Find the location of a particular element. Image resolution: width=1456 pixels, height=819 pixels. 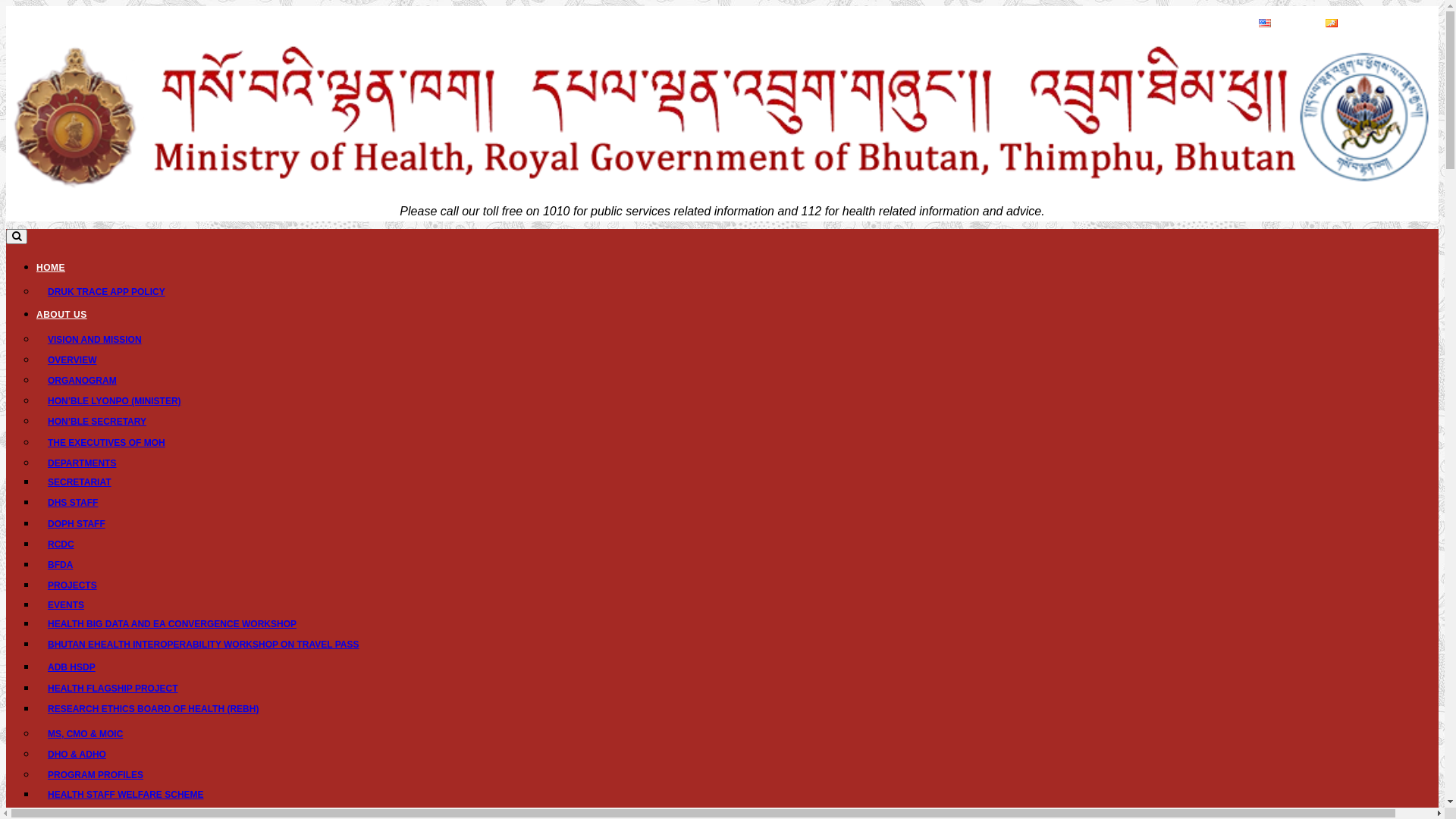

'HEALTH STAFF WELFARE SCHEME' is located at coordinates (133, 794).